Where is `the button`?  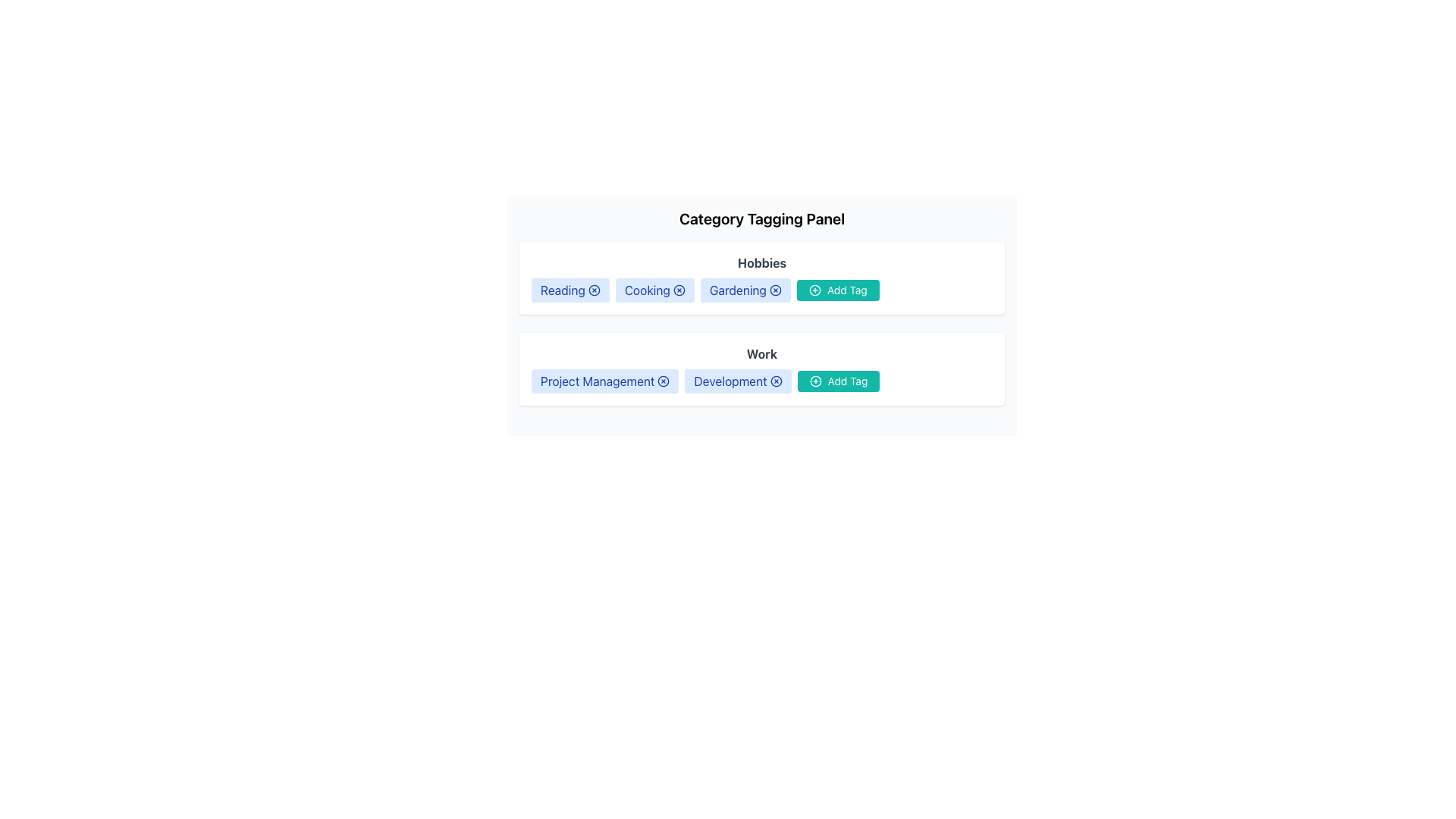
the button is located at coordinates (837, 290).